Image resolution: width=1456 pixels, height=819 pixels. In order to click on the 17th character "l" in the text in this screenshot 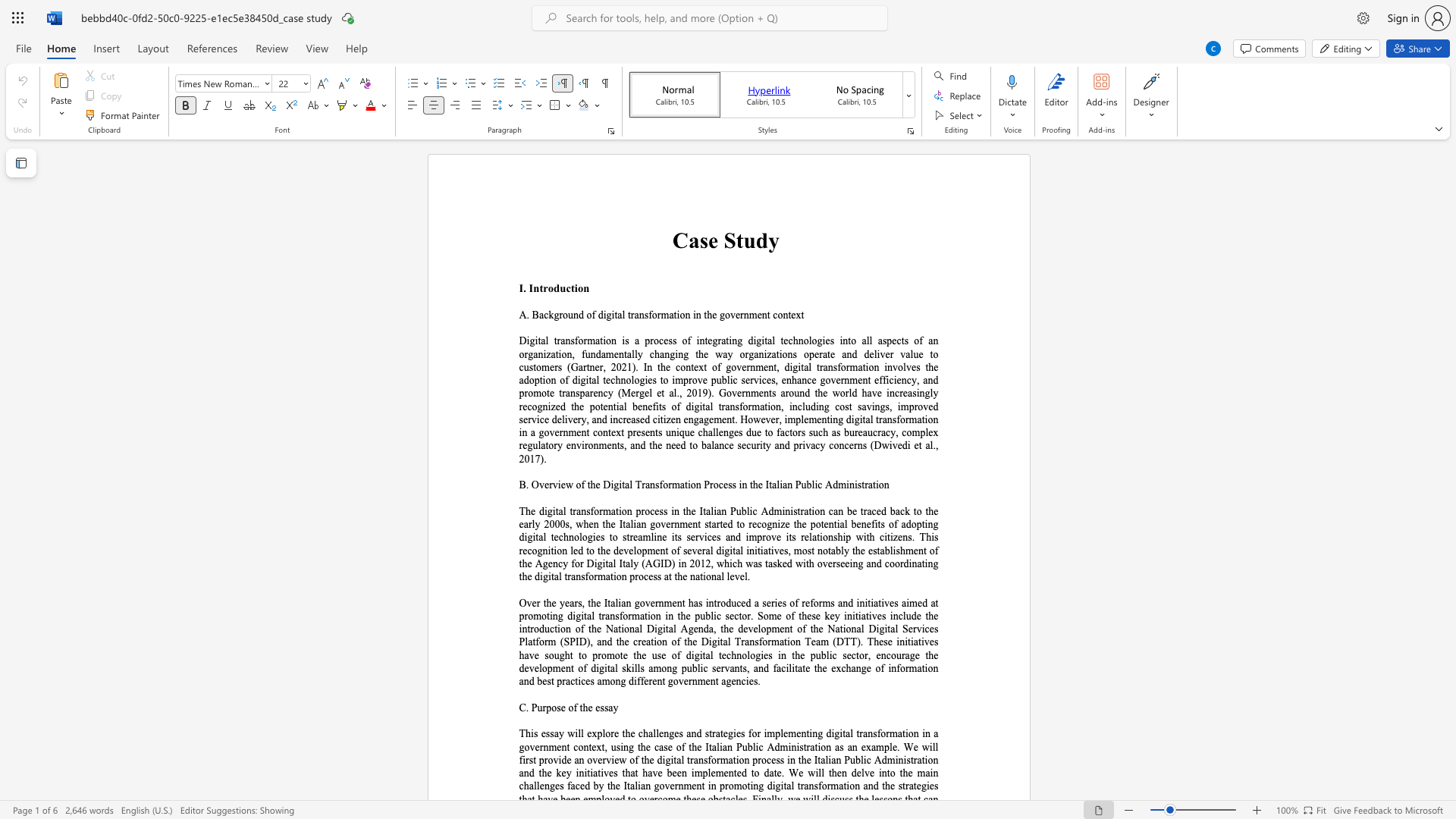, I will do `click(614, 563)`.